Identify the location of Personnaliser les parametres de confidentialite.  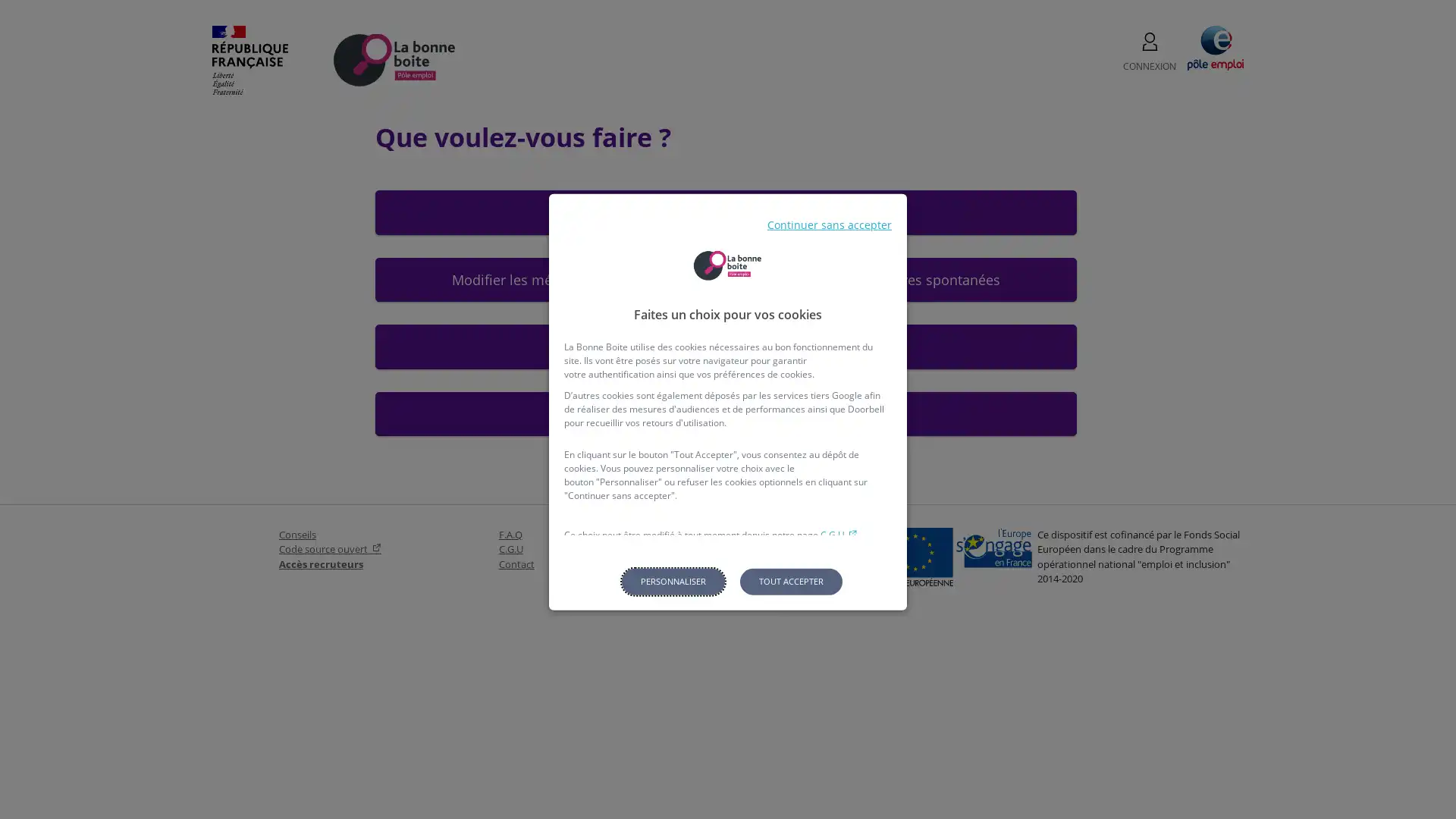
(672, 580).